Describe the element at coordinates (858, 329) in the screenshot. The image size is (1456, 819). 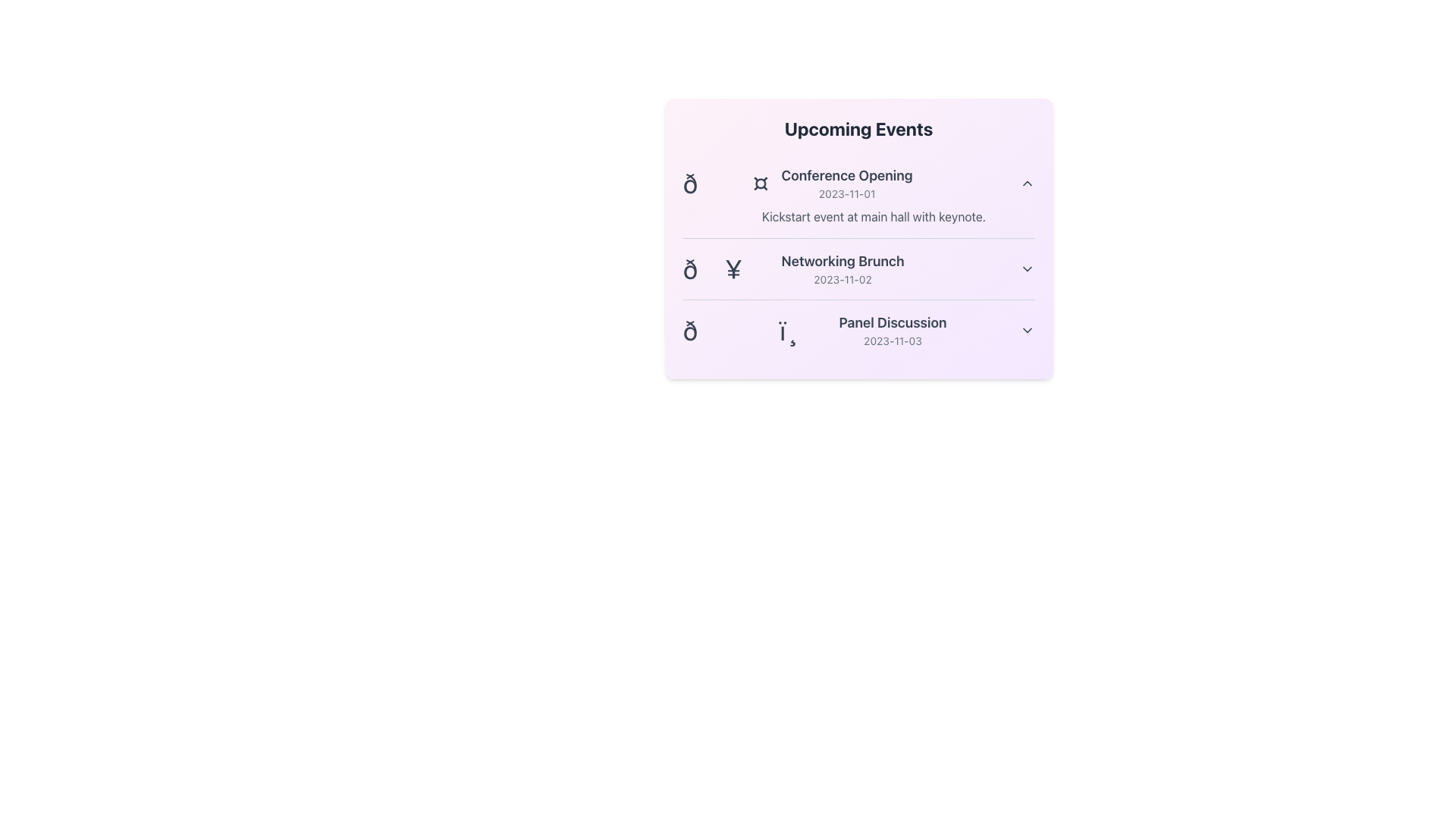
I see `the third Interactive event card in the 'Upcoming Events' section` at that location.